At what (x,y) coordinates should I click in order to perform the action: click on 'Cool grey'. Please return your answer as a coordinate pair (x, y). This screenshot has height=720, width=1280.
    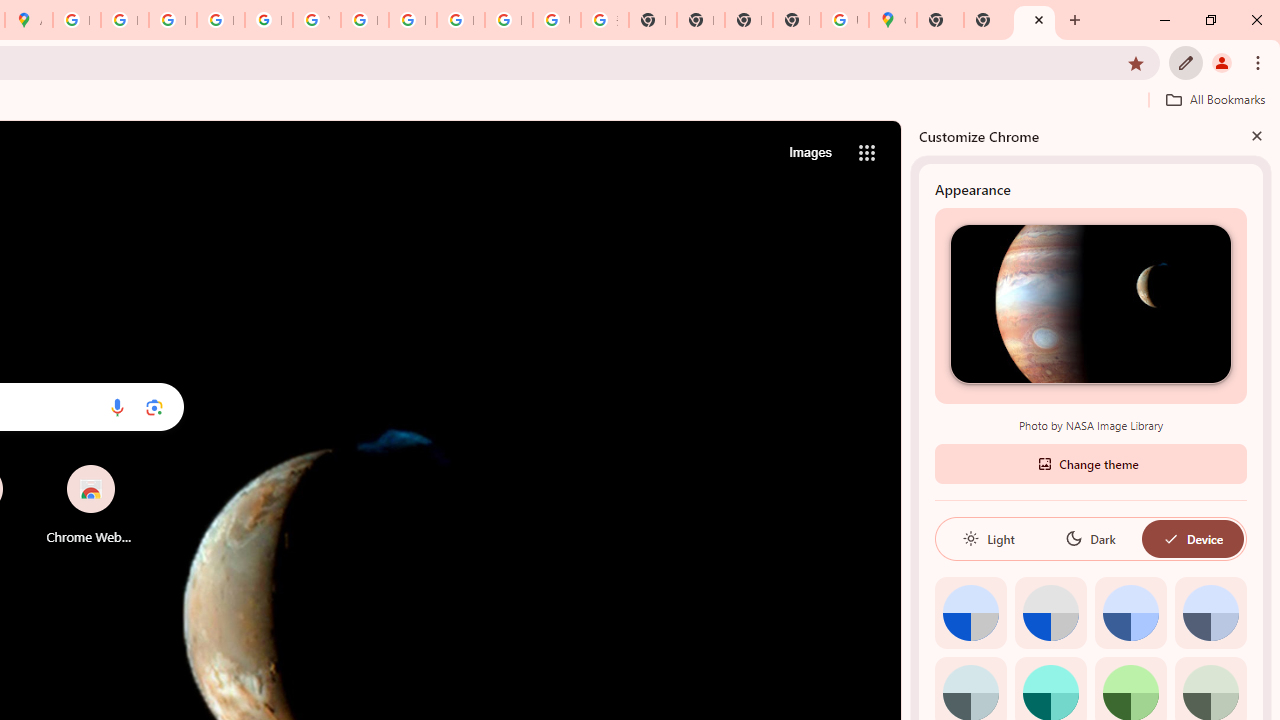
    Looking at the image, I should click on (1209, 611).